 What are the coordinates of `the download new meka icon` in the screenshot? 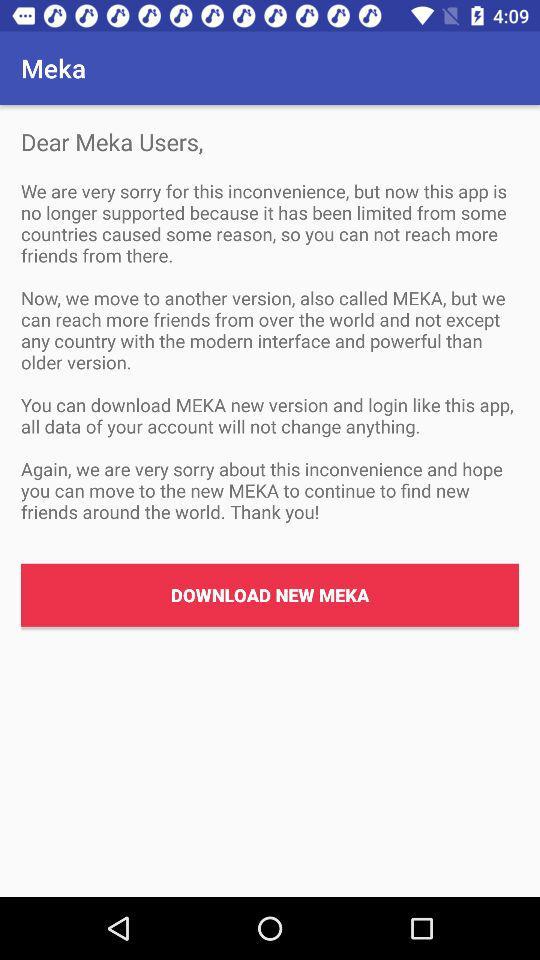 It's located at (270, 595).